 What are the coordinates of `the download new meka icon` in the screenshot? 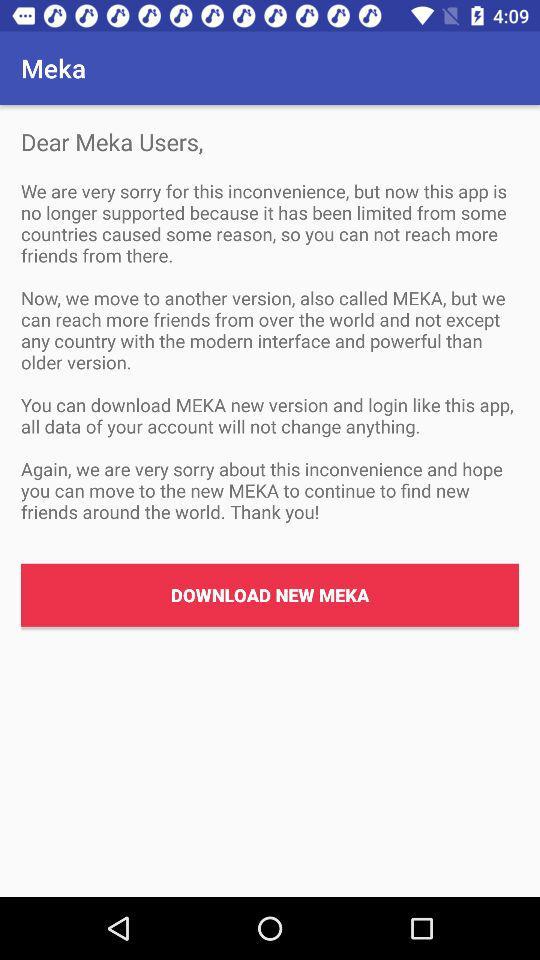 It's located at (270, 595).